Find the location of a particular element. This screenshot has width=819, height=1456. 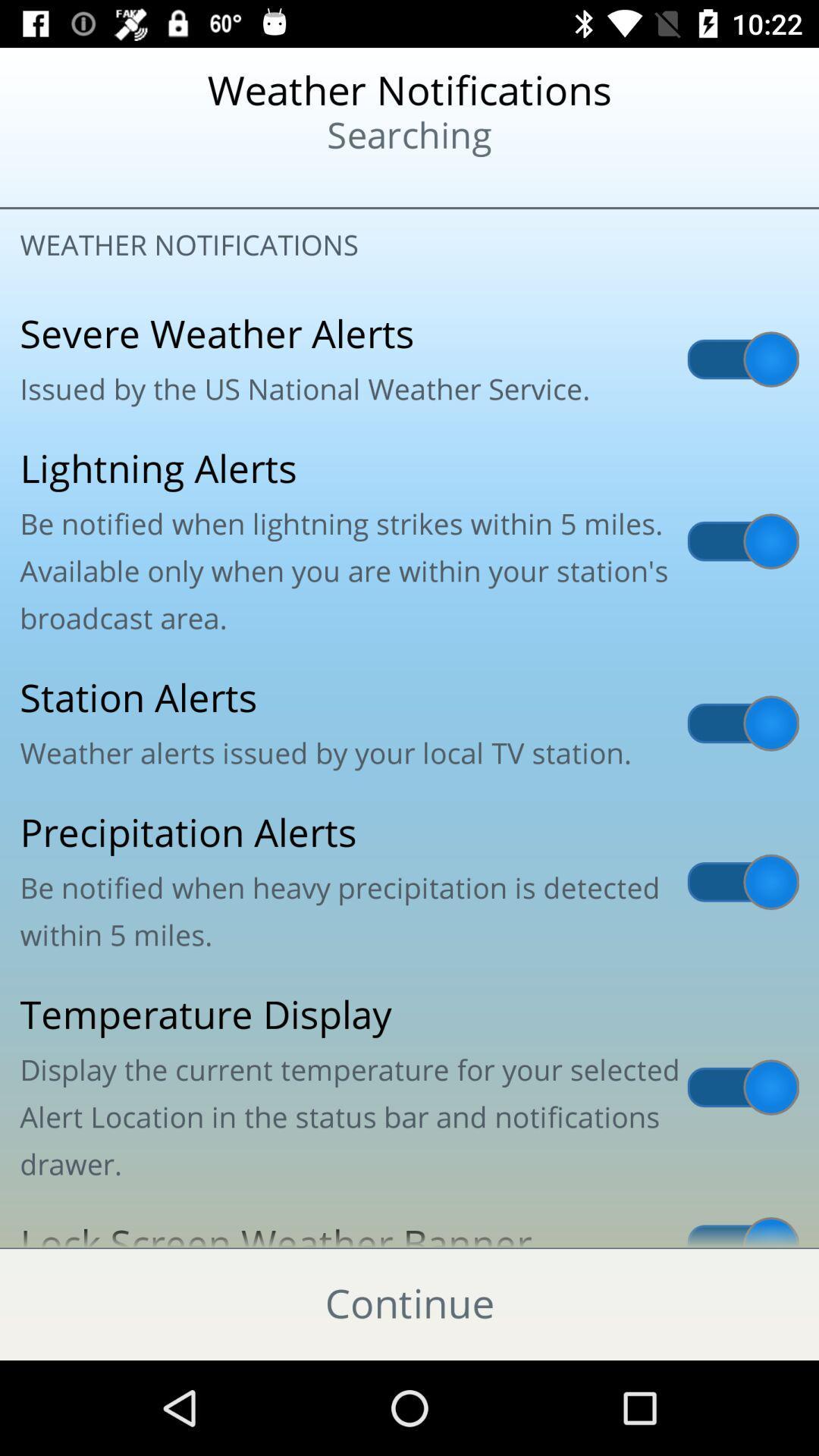

icon below precipitation alerts be is located at coordinates (409, 1087).